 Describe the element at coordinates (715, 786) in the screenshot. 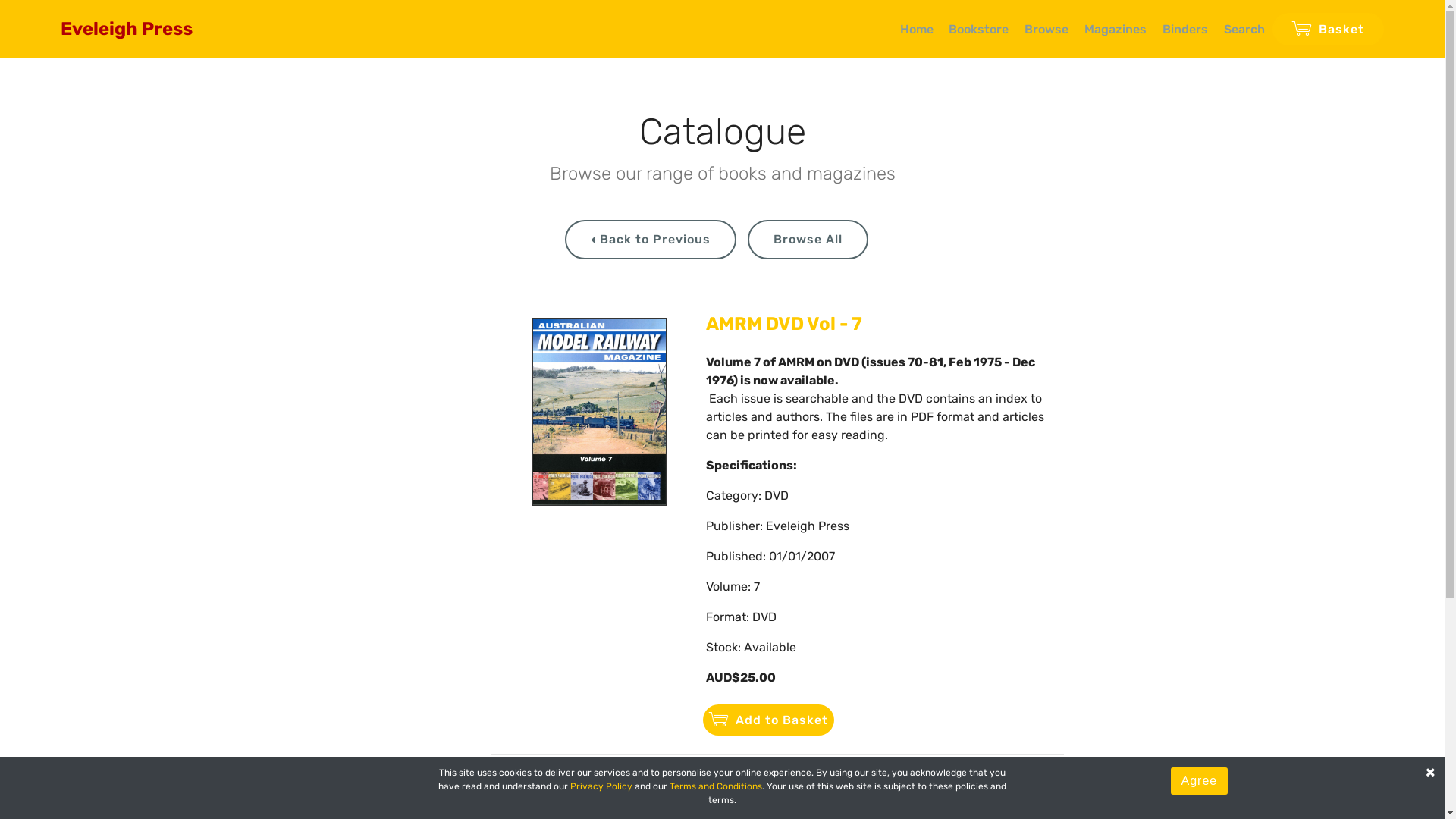

I see `'Terms and Conditions'` at that location.